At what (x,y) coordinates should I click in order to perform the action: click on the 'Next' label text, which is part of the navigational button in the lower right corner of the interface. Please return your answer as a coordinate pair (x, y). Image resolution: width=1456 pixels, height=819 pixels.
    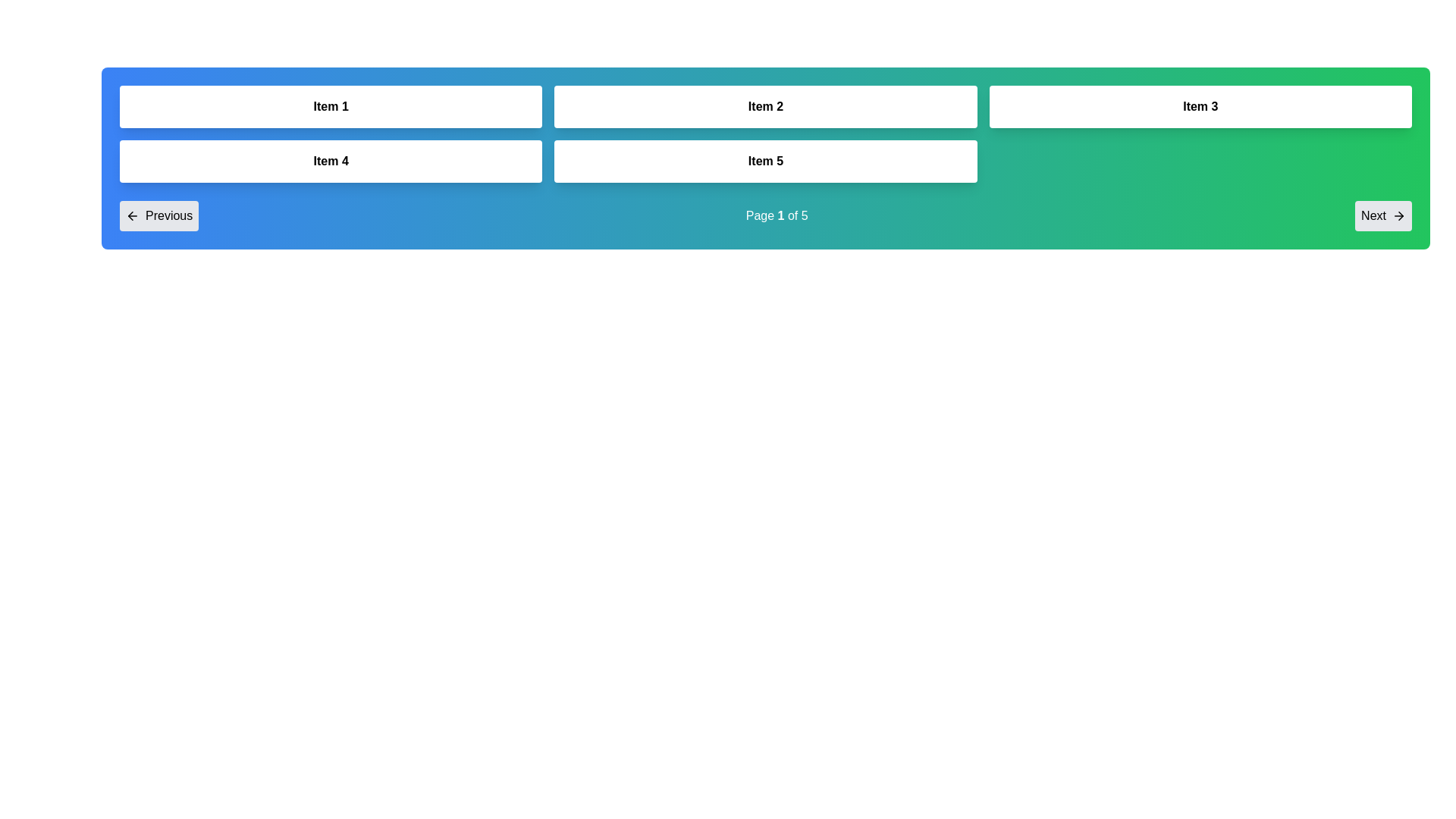
    Looking at the image, I should click on (1373, 216).